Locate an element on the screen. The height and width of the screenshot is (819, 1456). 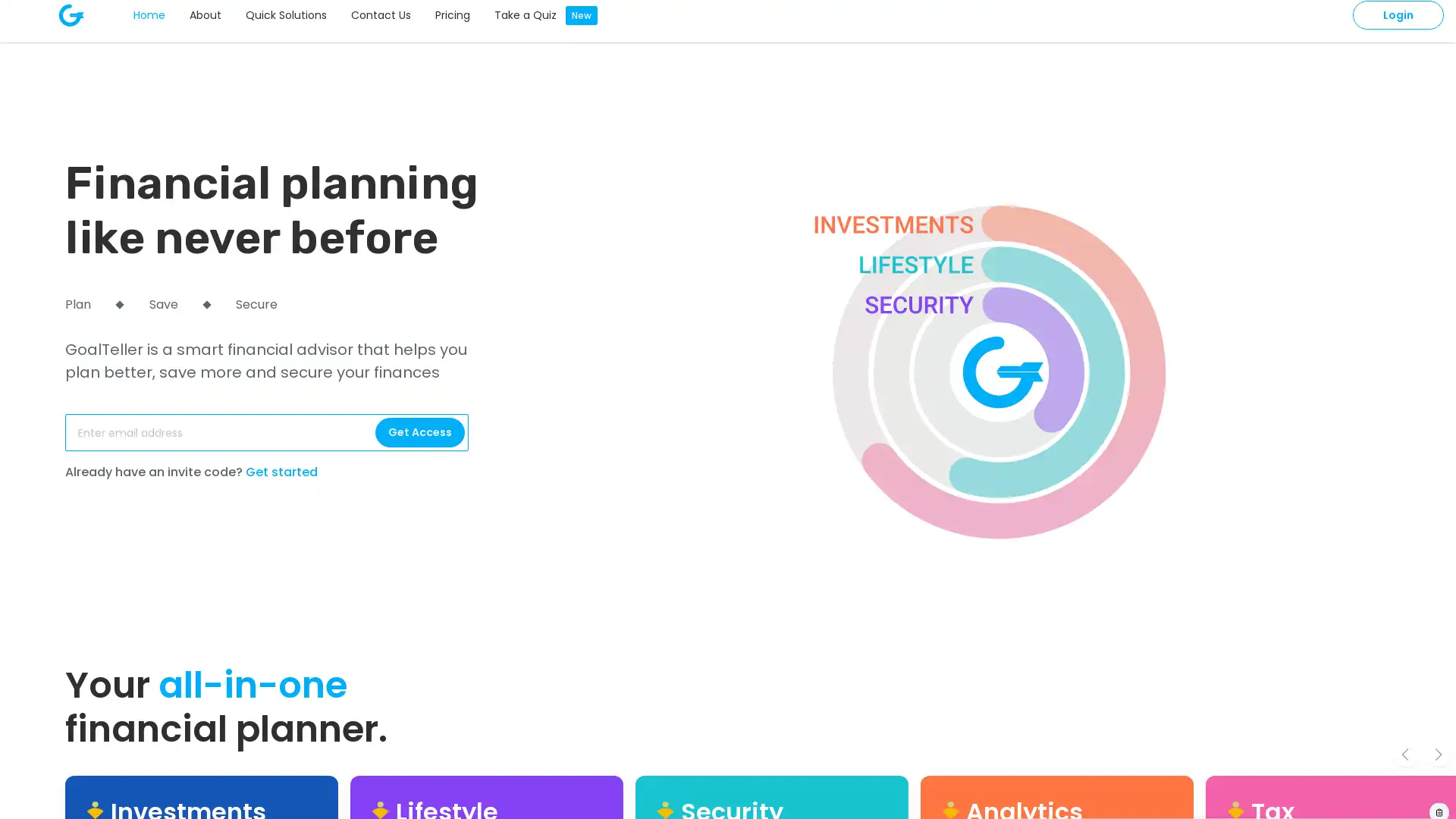
Next slide is located at coordinates (1437, 754).